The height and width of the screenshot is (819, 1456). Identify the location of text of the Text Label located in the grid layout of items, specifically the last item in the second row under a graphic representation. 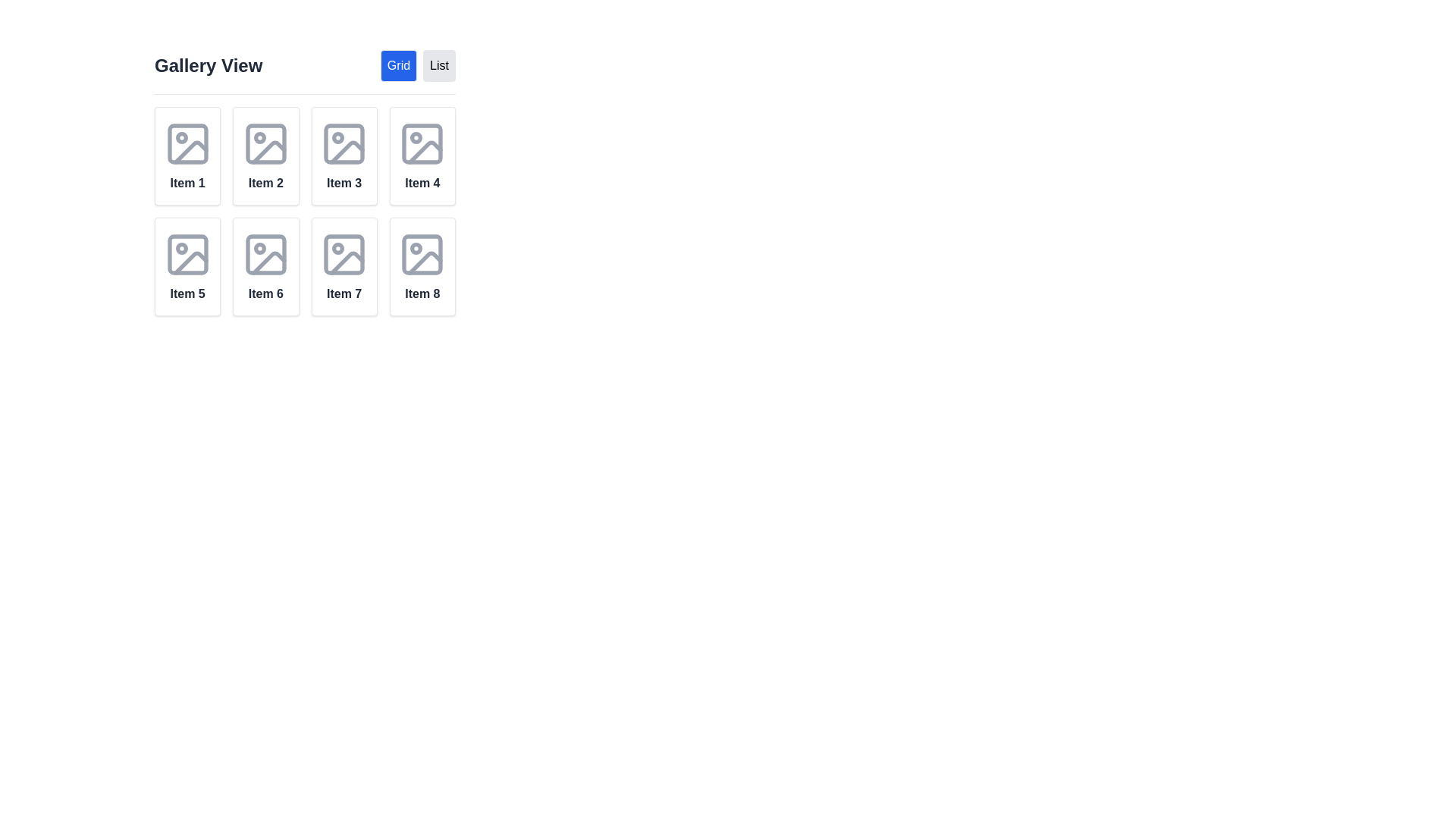
(422, 294).